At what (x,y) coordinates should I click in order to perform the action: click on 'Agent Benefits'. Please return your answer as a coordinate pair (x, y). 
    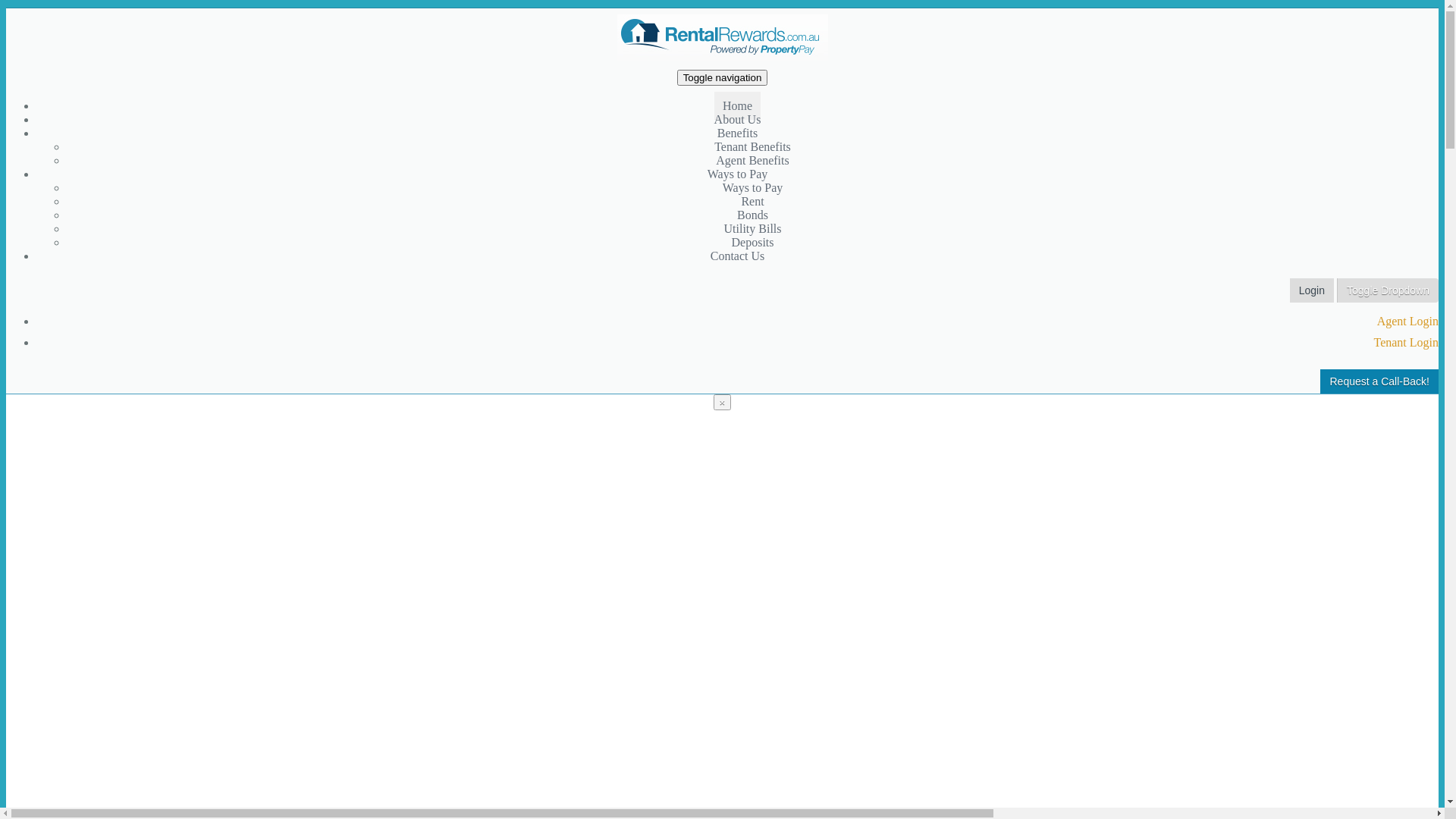
    Looking at the image, I should click on (752, 160).